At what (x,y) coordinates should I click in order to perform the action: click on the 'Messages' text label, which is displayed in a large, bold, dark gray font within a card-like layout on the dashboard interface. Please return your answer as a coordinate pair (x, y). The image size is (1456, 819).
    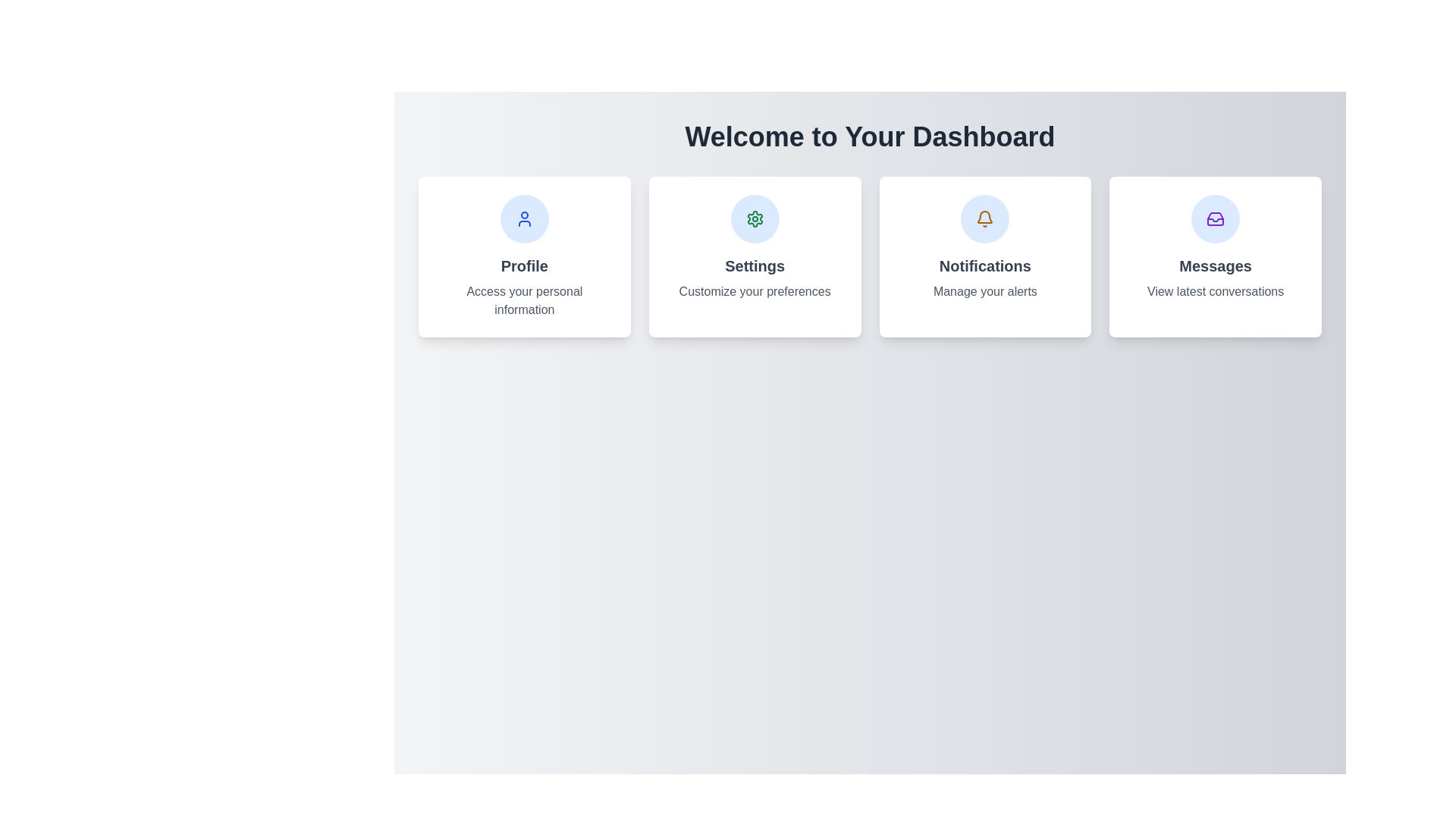
    Looking at the image, I should click on (1216, 265).